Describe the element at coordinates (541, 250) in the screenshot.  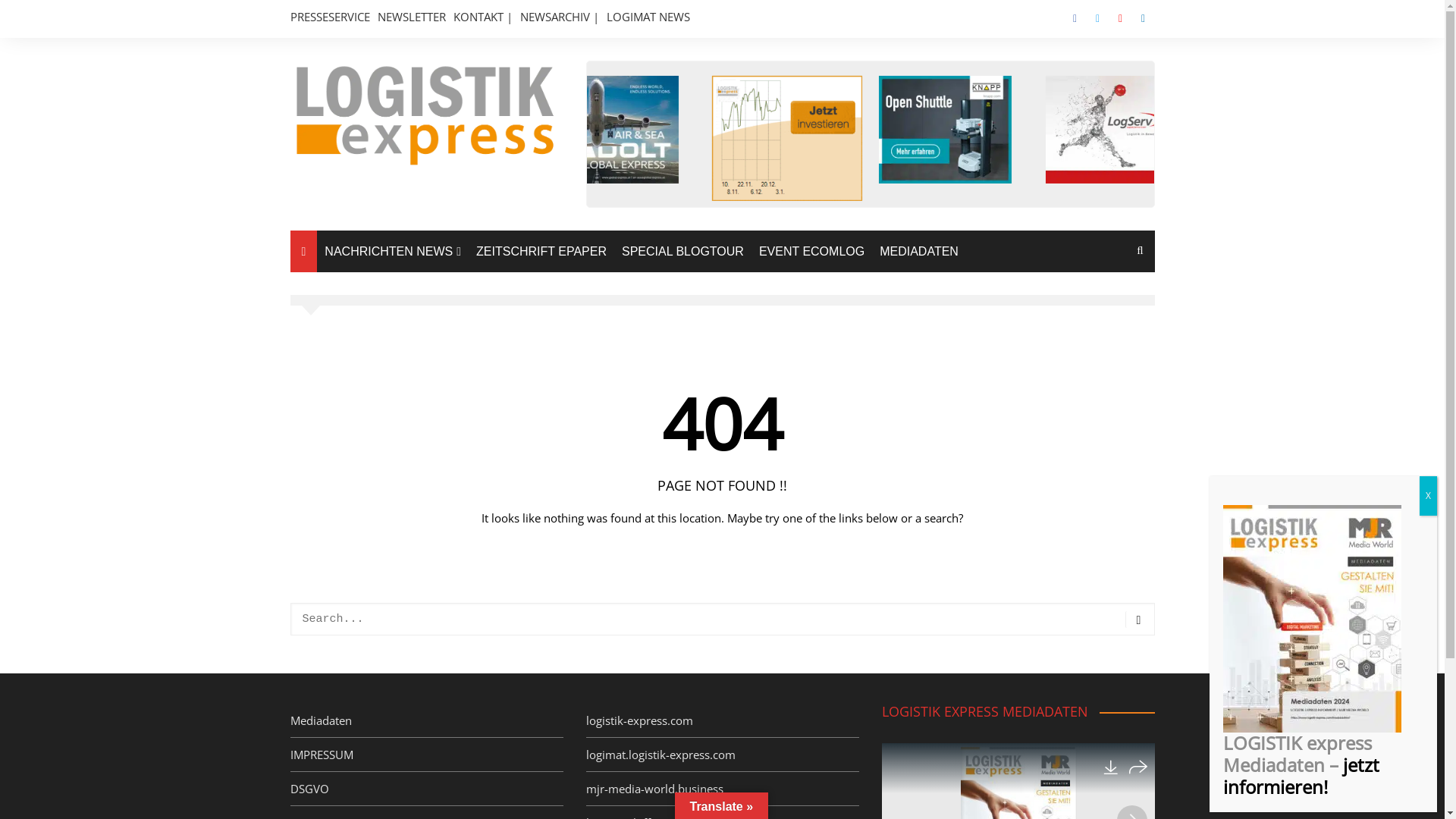
I see `'ZEITSCHRIFT EPAPER'` at that location.